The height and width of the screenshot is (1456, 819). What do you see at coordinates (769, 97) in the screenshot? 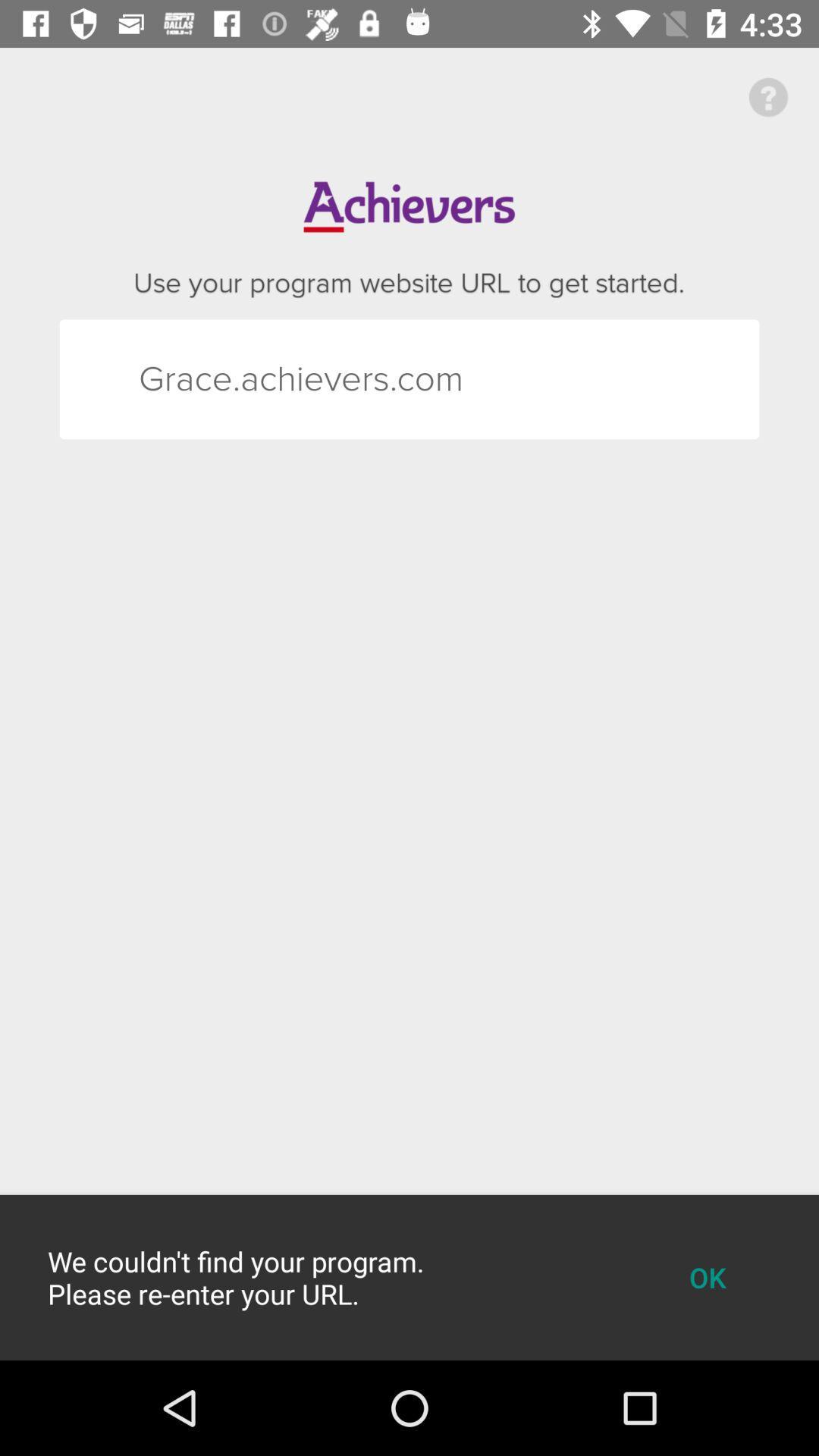
I see `the help icon` at bounding box center [769, 97].